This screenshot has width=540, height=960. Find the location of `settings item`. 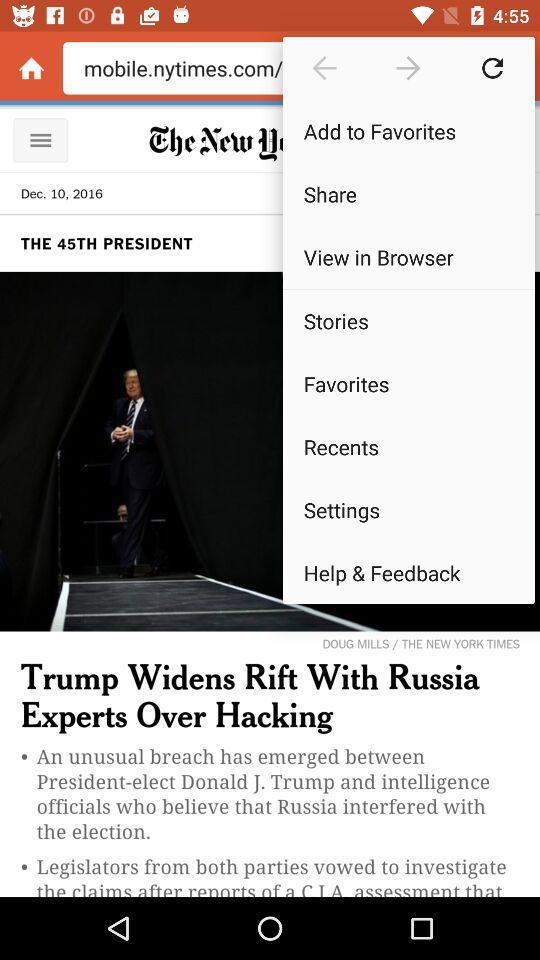

settings item is located at coordinates (407, 508).